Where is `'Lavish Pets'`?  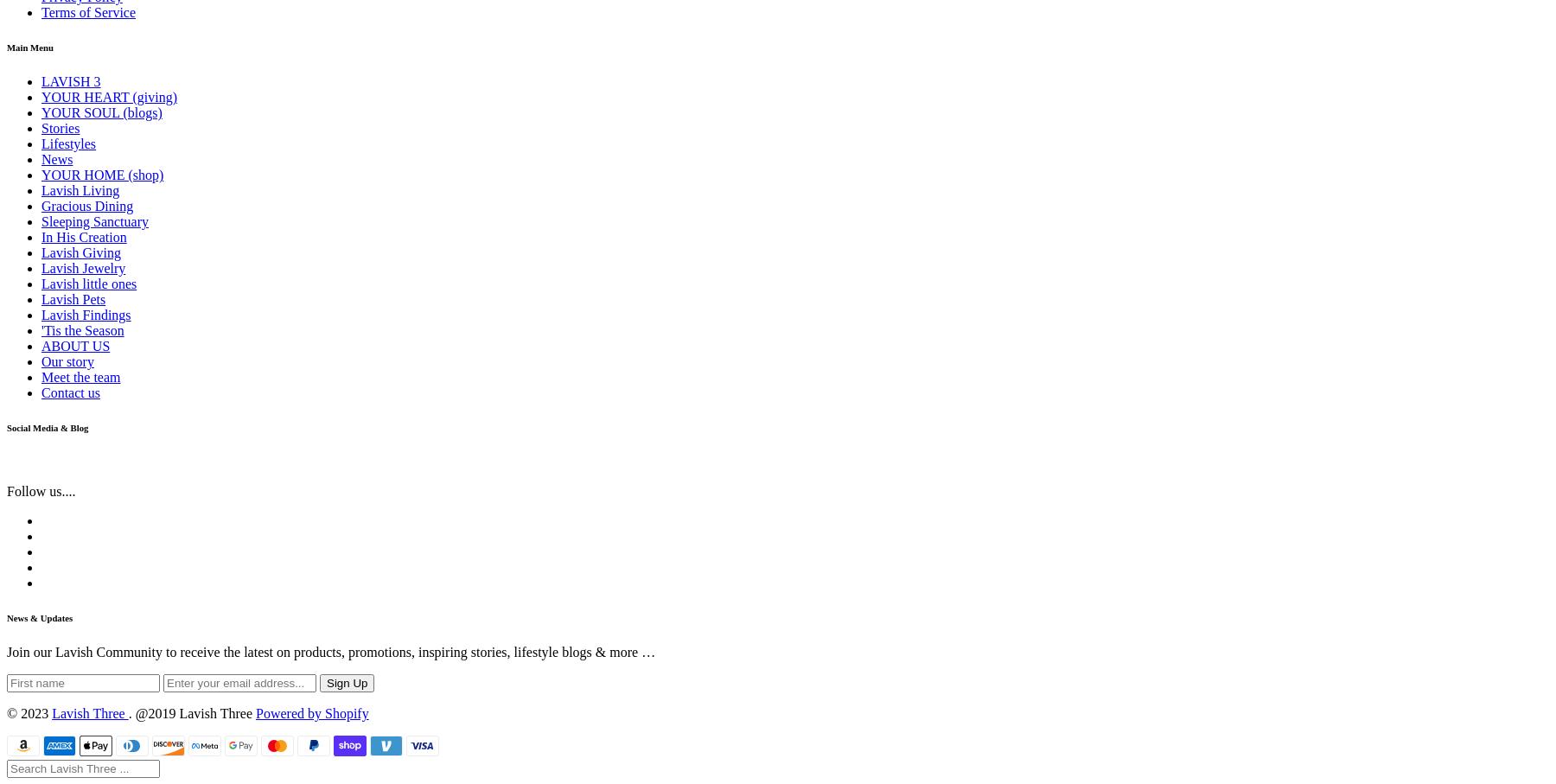
'Lavish Pets' is located at coordinates (72, 298).